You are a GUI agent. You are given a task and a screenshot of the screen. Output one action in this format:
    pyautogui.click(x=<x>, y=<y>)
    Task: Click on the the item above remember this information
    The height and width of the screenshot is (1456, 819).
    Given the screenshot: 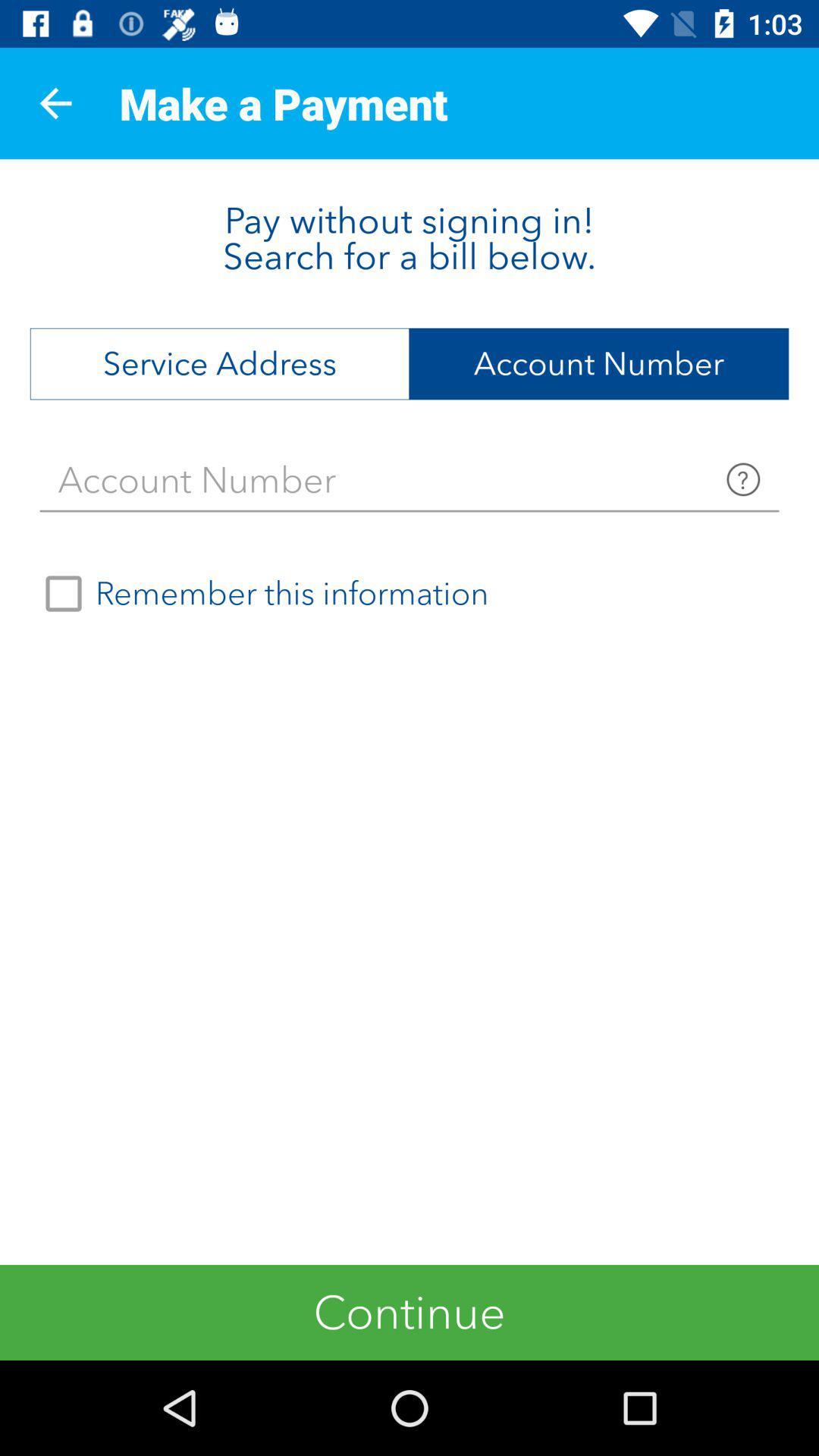 What is the action you would take?
    pyautogui.click(x=409, y=479)
    